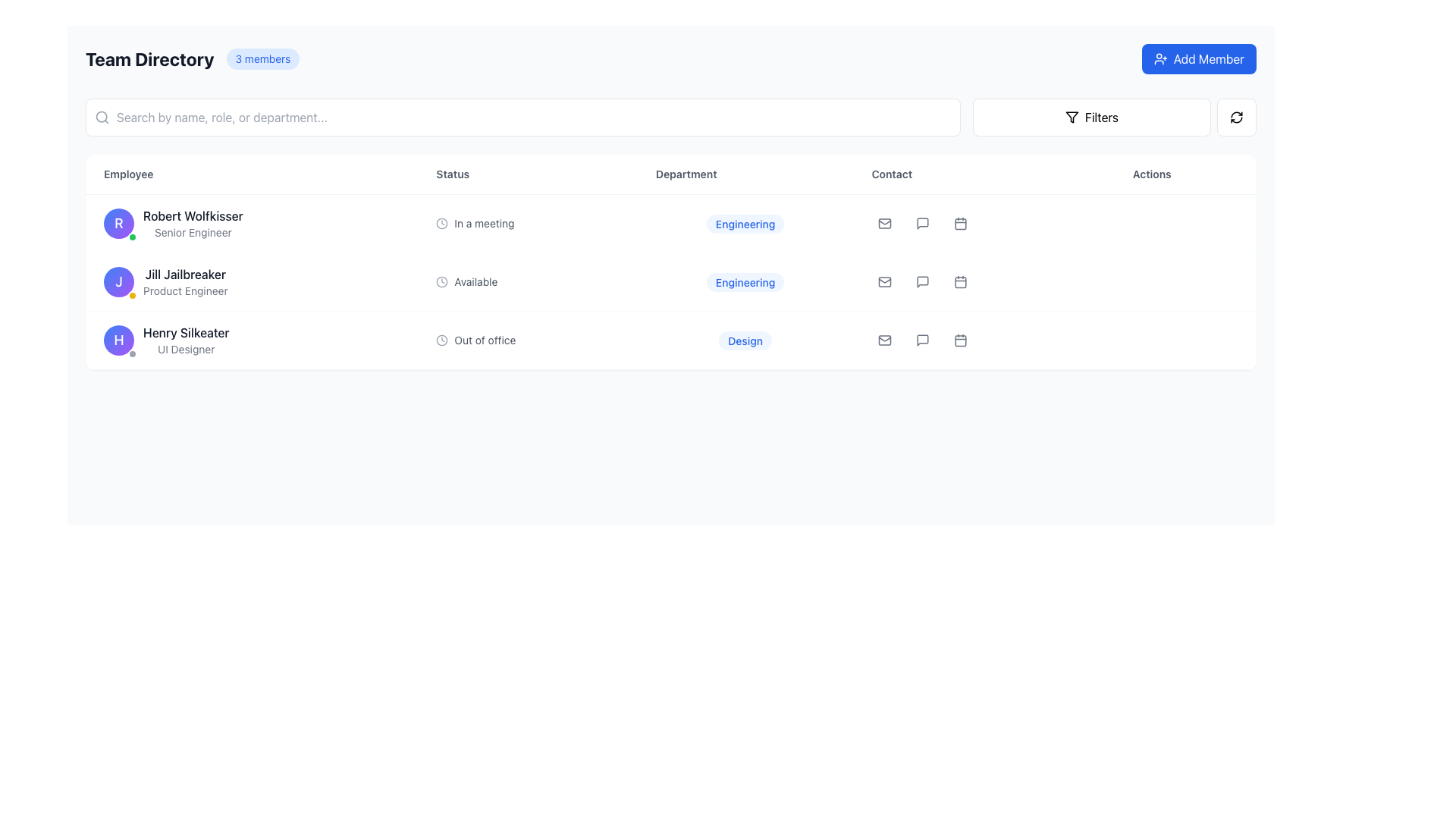  Describe the element at coordinates (884, 223) in the screenshot. I see `the rounded rectangular button with an envelope icon in the 'Contact' column of the second row to initiate an email` at that location.